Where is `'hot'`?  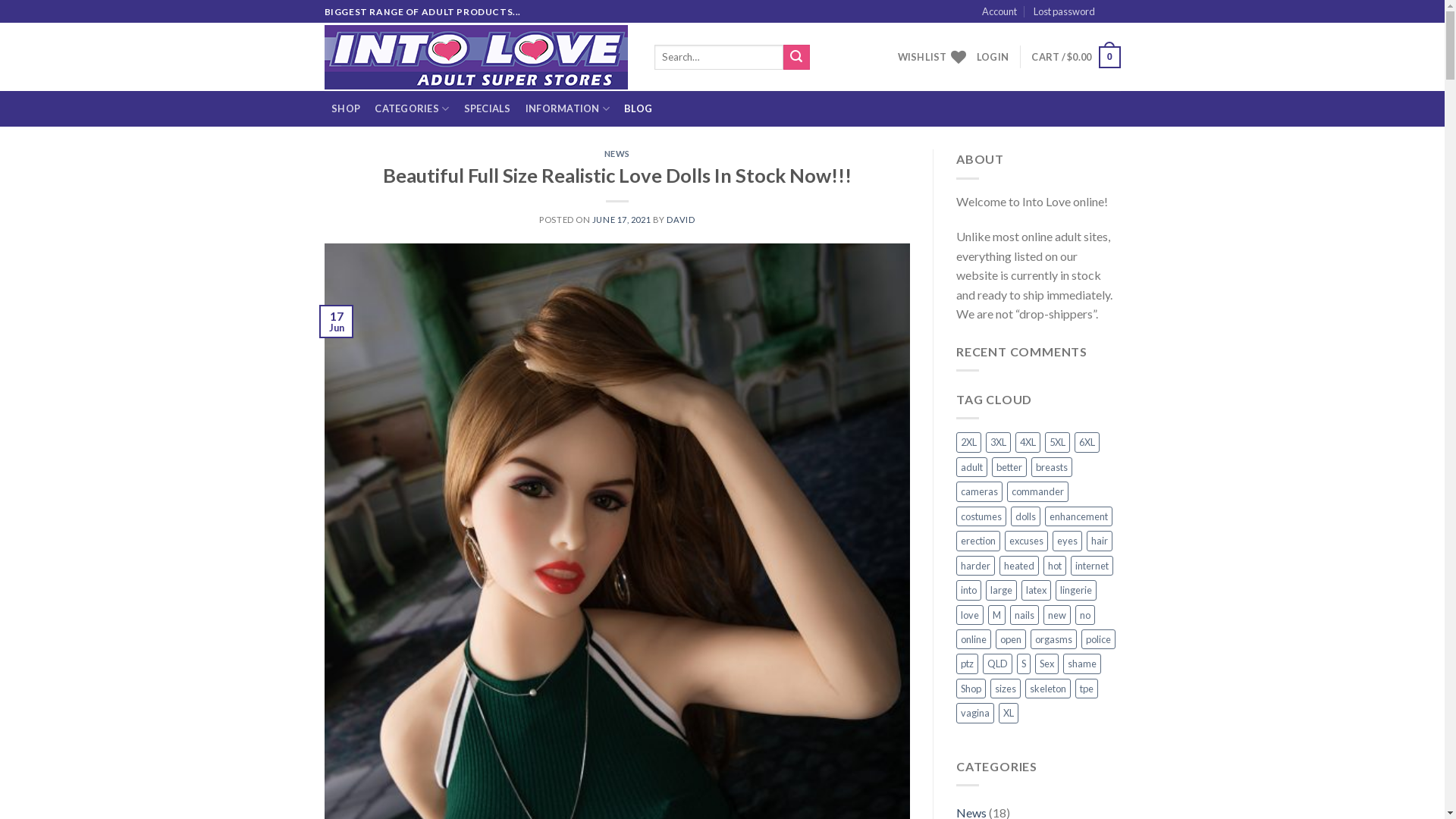
'hot' is located at coordinates (1043, 565).